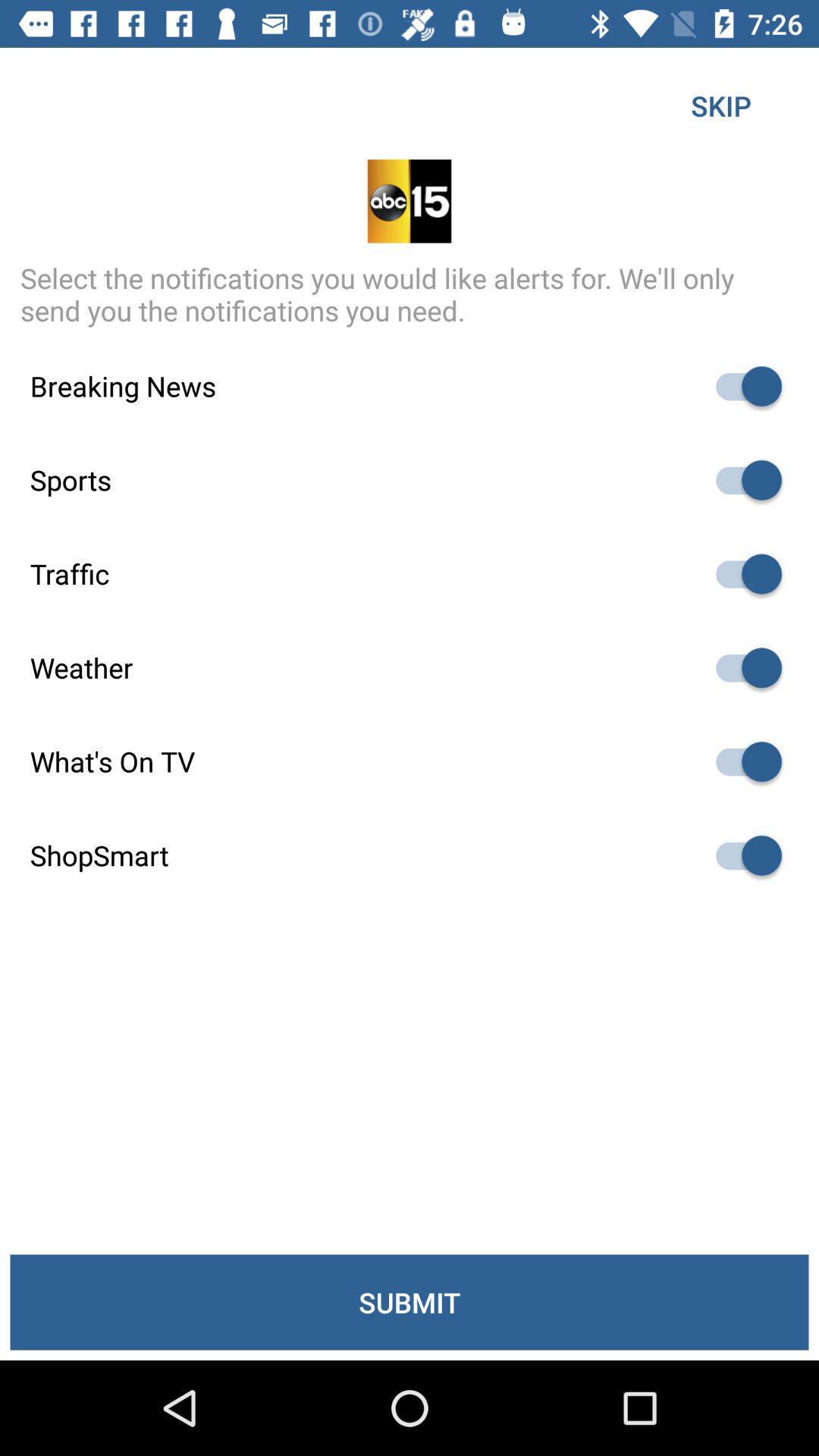 The height and width of the screenshot is (1456, 819). Describe the element at coordinates (741, 573) in the screenshot. I see `traffic option` at that location.